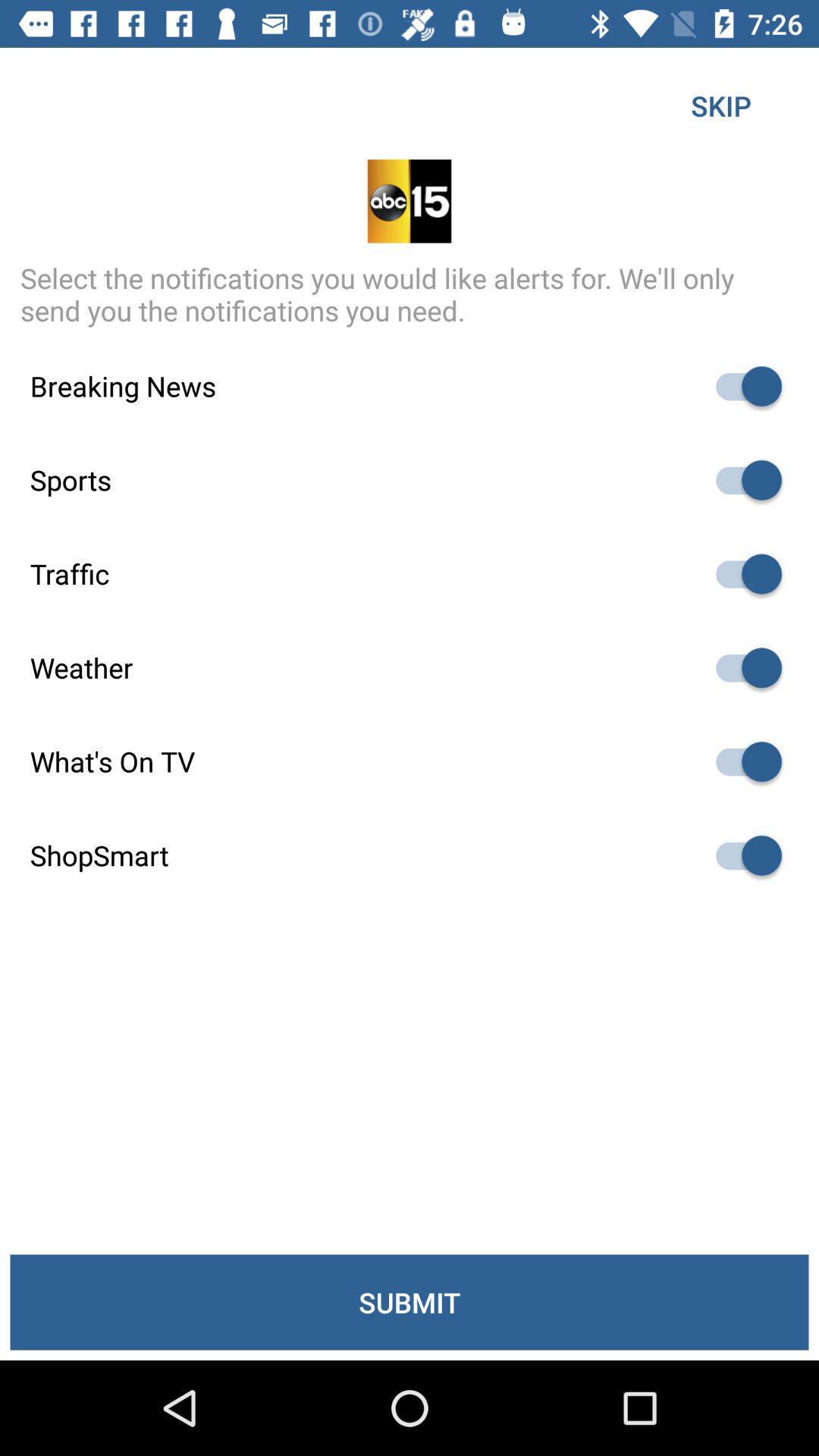 The height and width of the screenshot is (1456, 819). Describe the element at coordinates (741, 573) in the screenshot. I see `traffic option` at that location.